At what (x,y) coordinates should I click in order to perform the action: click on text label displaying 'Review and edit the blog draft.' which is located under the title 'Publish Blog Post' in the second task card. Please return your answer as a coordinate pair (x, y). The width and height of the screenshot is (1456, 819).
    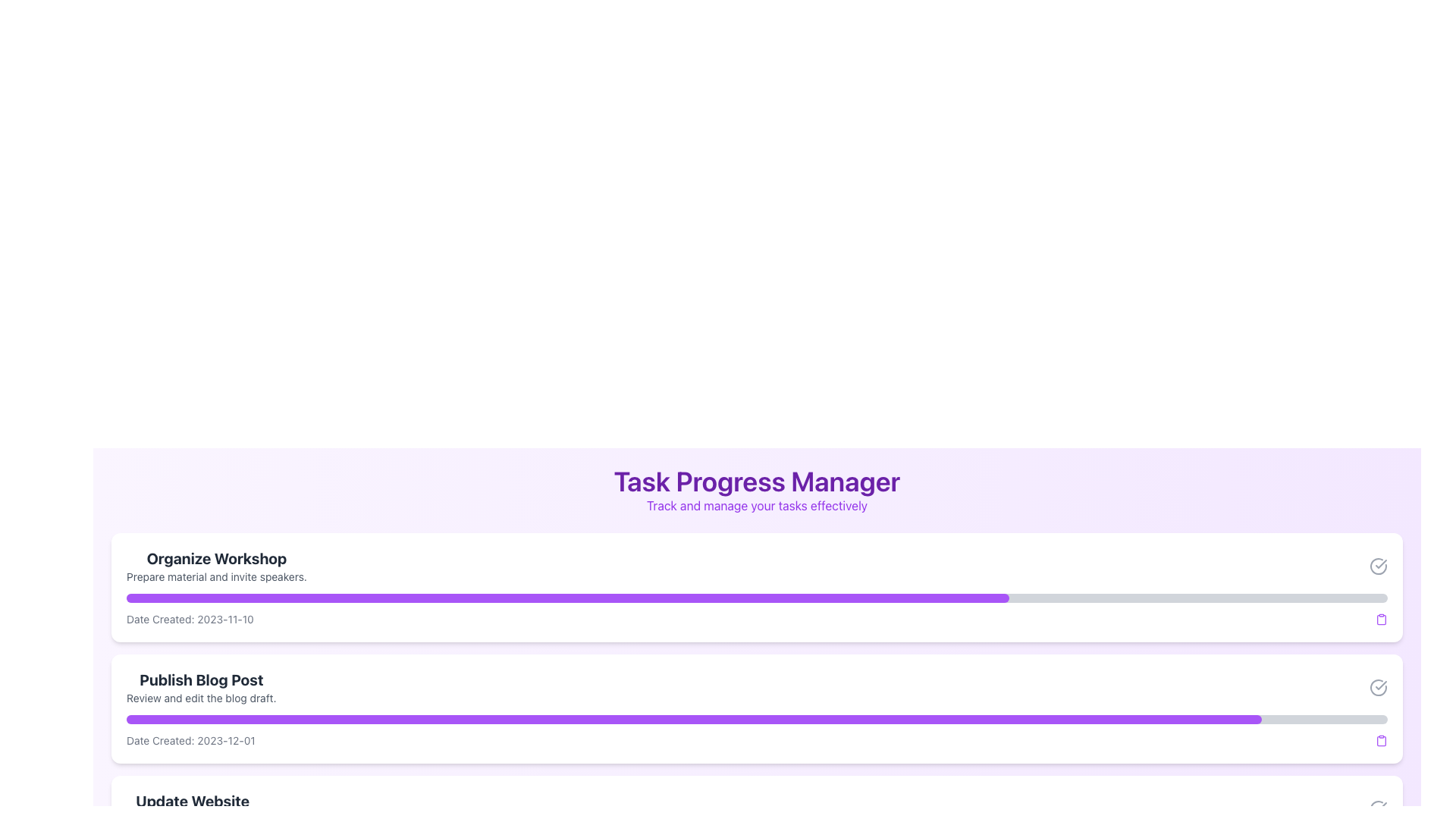
    Looking at the image, I should click on (200, 698).